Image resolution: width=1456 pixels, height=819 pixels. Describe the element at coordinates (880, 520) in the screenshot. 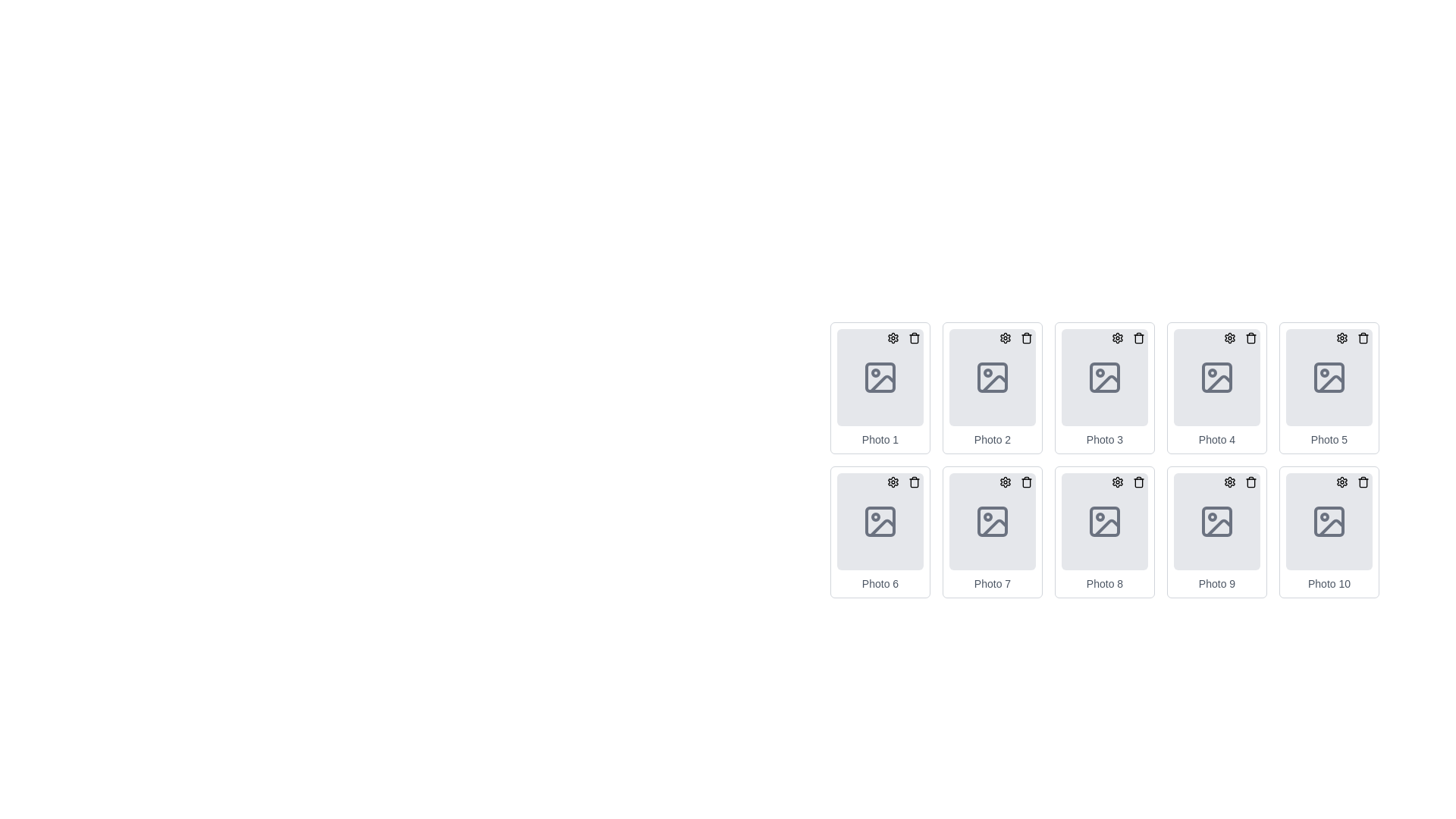

I see `the Image Placeholder located below the label 'Photo 6' in the second row, first column of the grid layout` at that location.